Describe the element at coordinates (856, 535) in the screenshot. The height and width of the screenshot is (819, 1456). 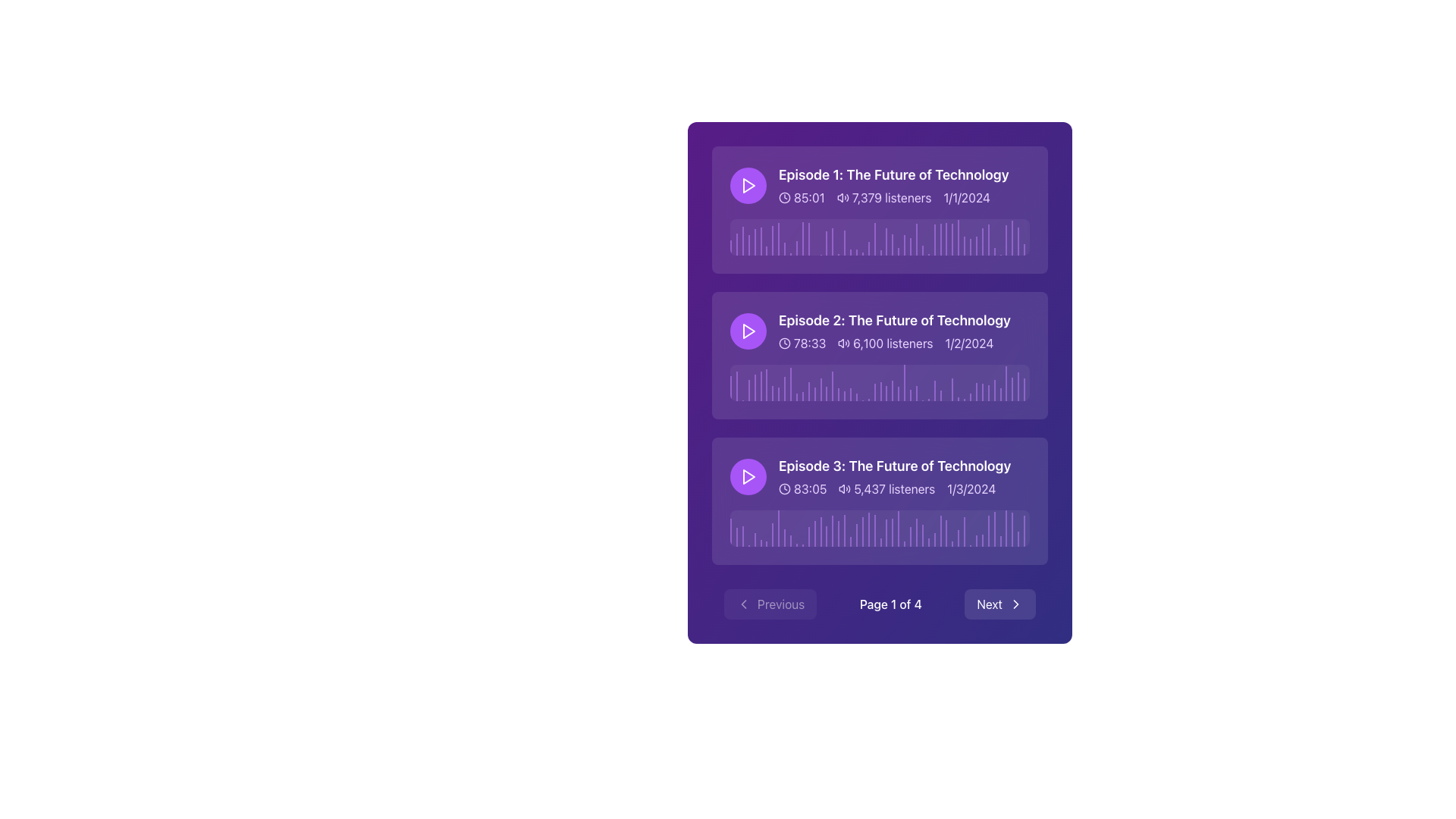
I see `the 22nd vertical progress bar with a purple hue located within the 'Episode 3: The Future of Technology' card` at that location.